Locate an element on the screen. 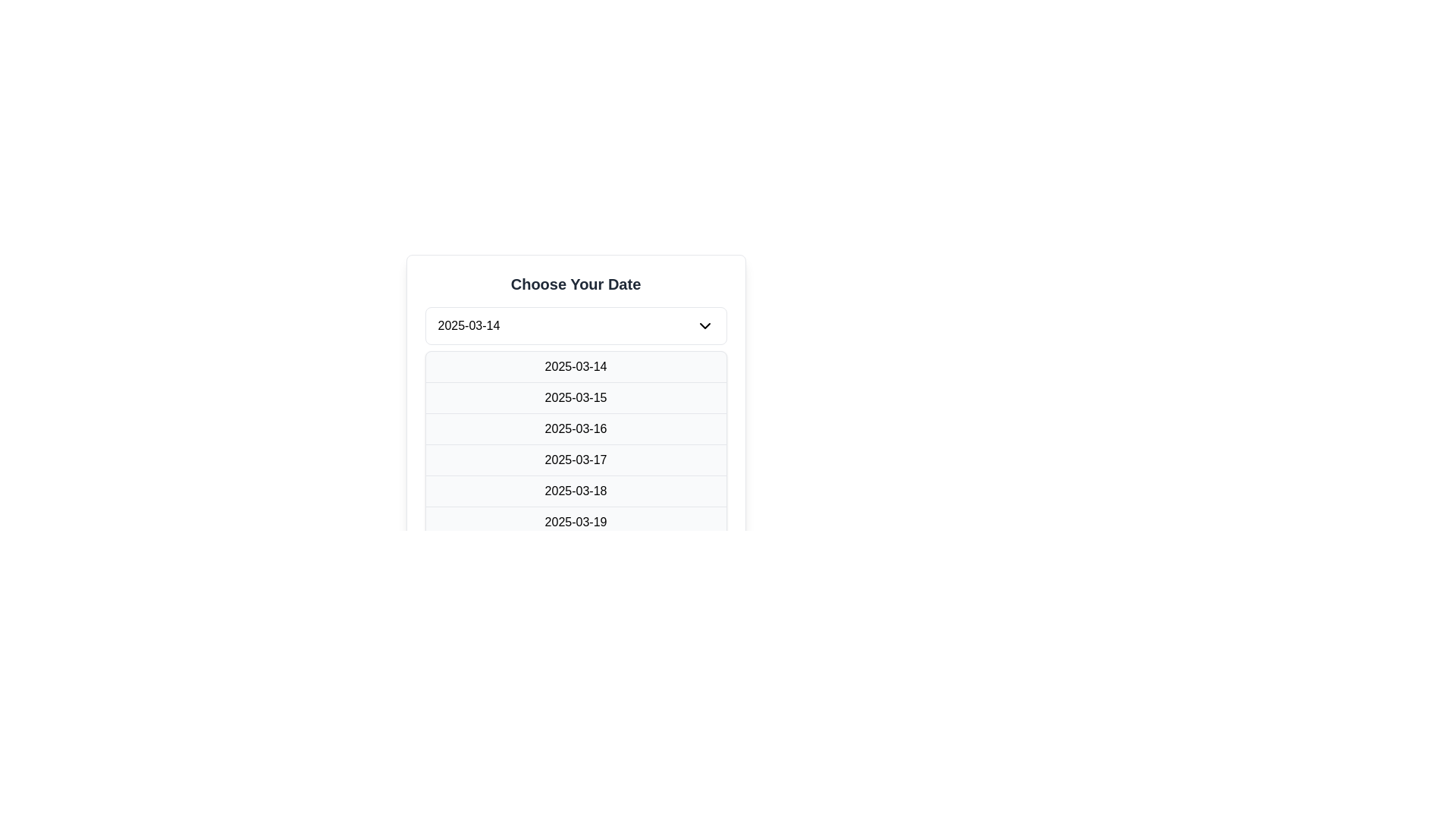  the text item representing the date '2025-03-18' in the dropdown list is located at coordinates (575, 491).